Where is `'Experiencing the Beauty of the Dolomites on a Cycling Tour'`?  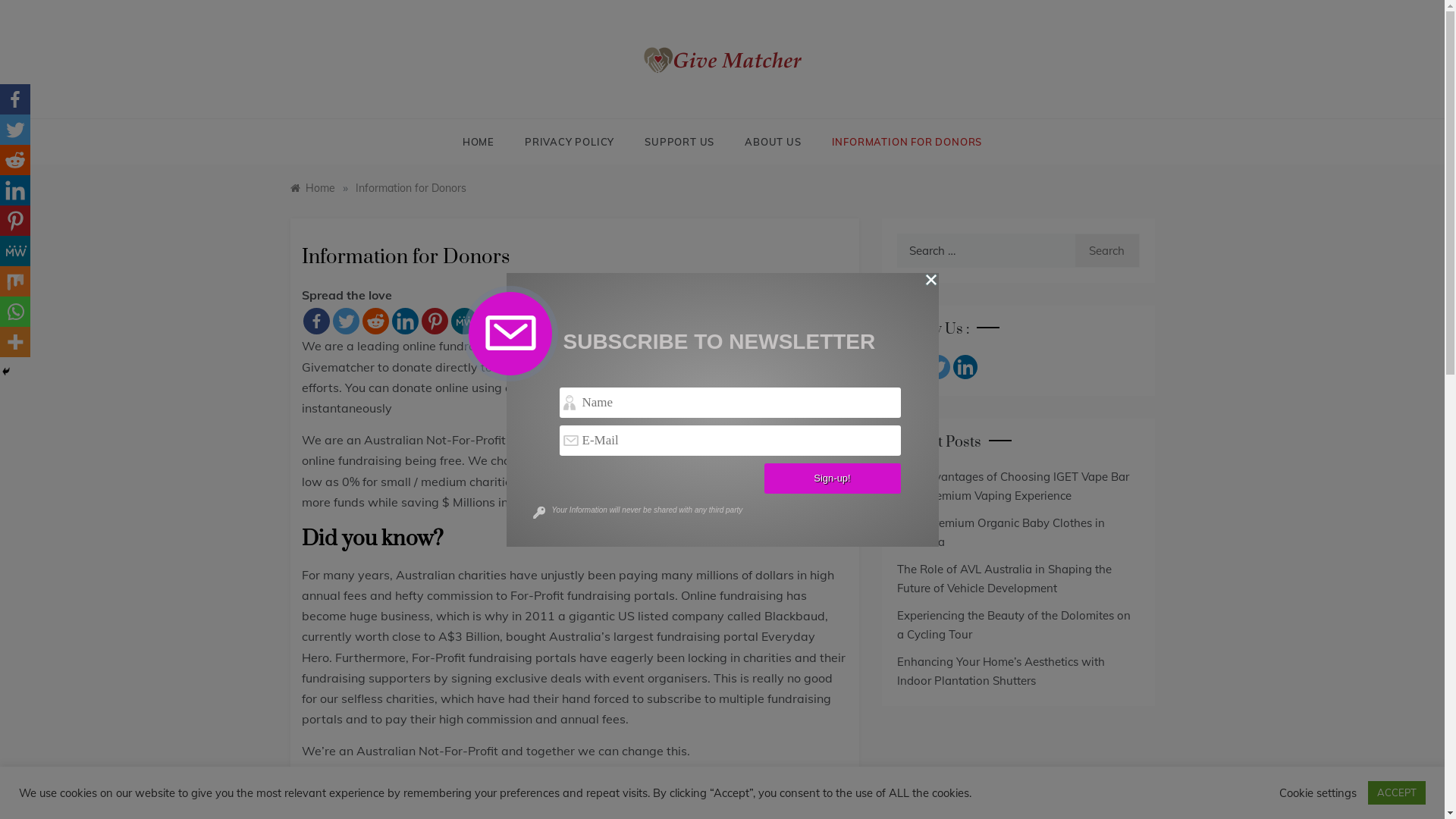 'Experiencing the Beauty of the Dolomites on a Cycling Tour' is located at coordinates (1012, 625).